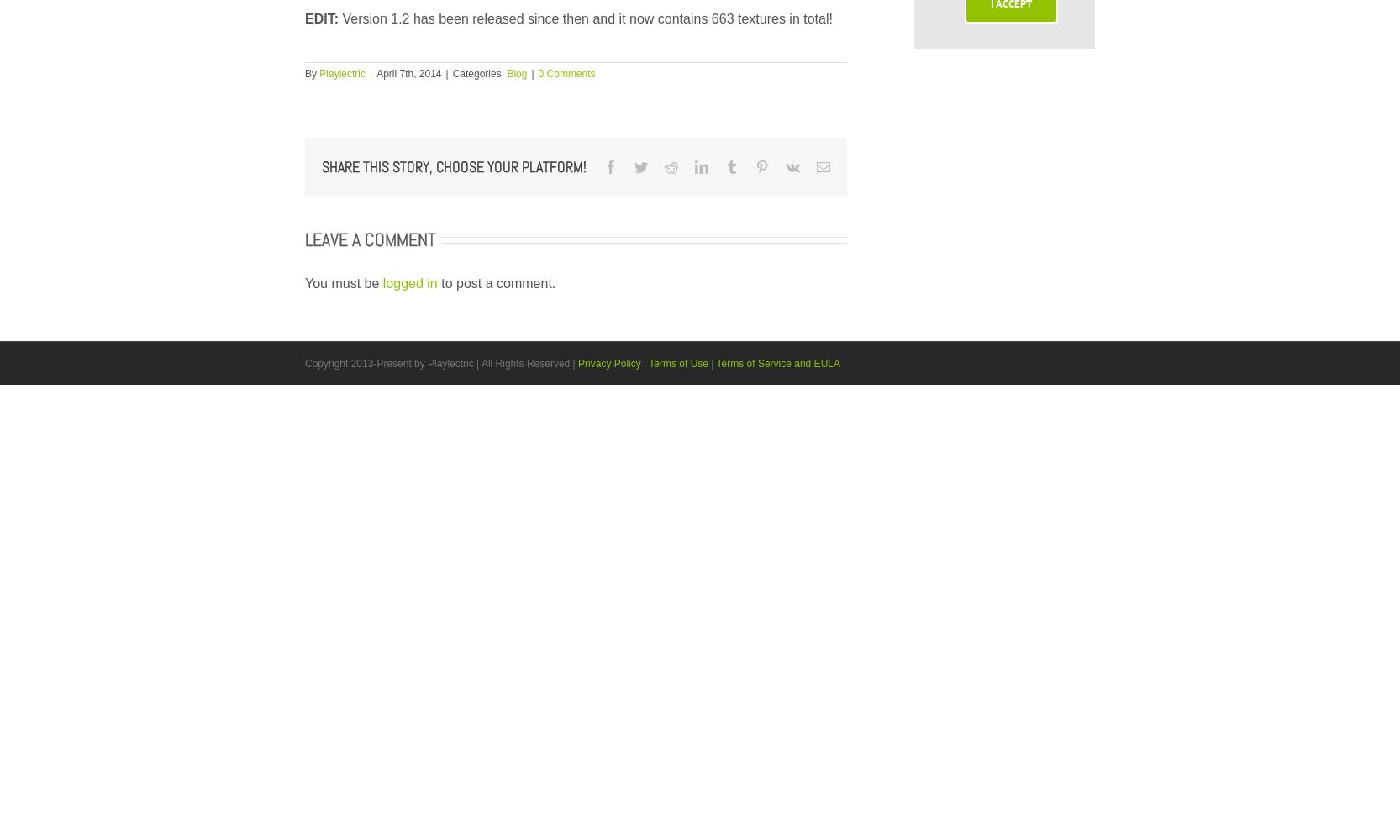 The image size is (1400, 840). Describe the element at coordinates (305, 281) in the screenshot. I see `'You must be'` at that location.